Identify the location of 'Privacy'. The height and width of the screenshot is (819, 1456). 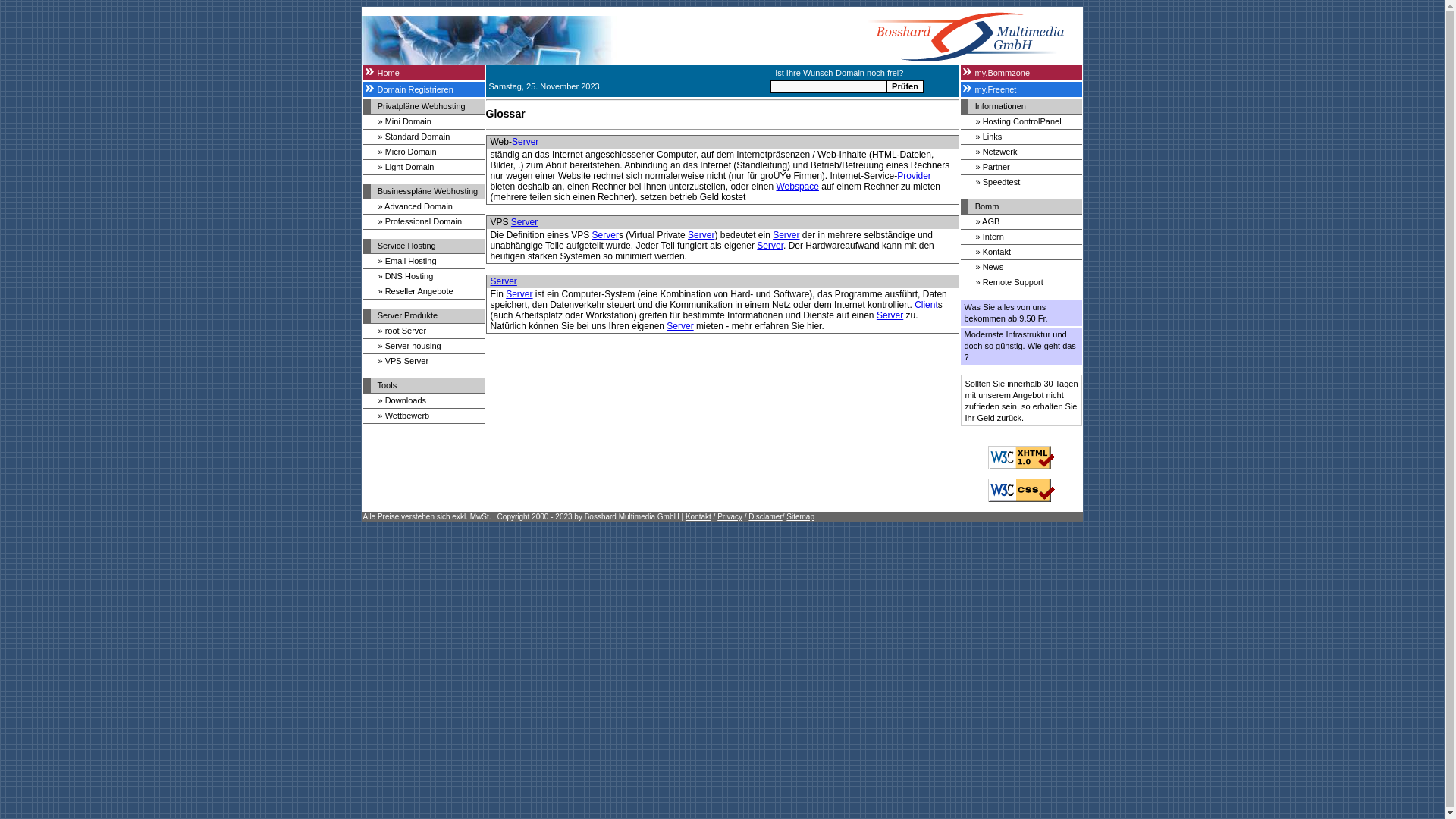
(716, 516).